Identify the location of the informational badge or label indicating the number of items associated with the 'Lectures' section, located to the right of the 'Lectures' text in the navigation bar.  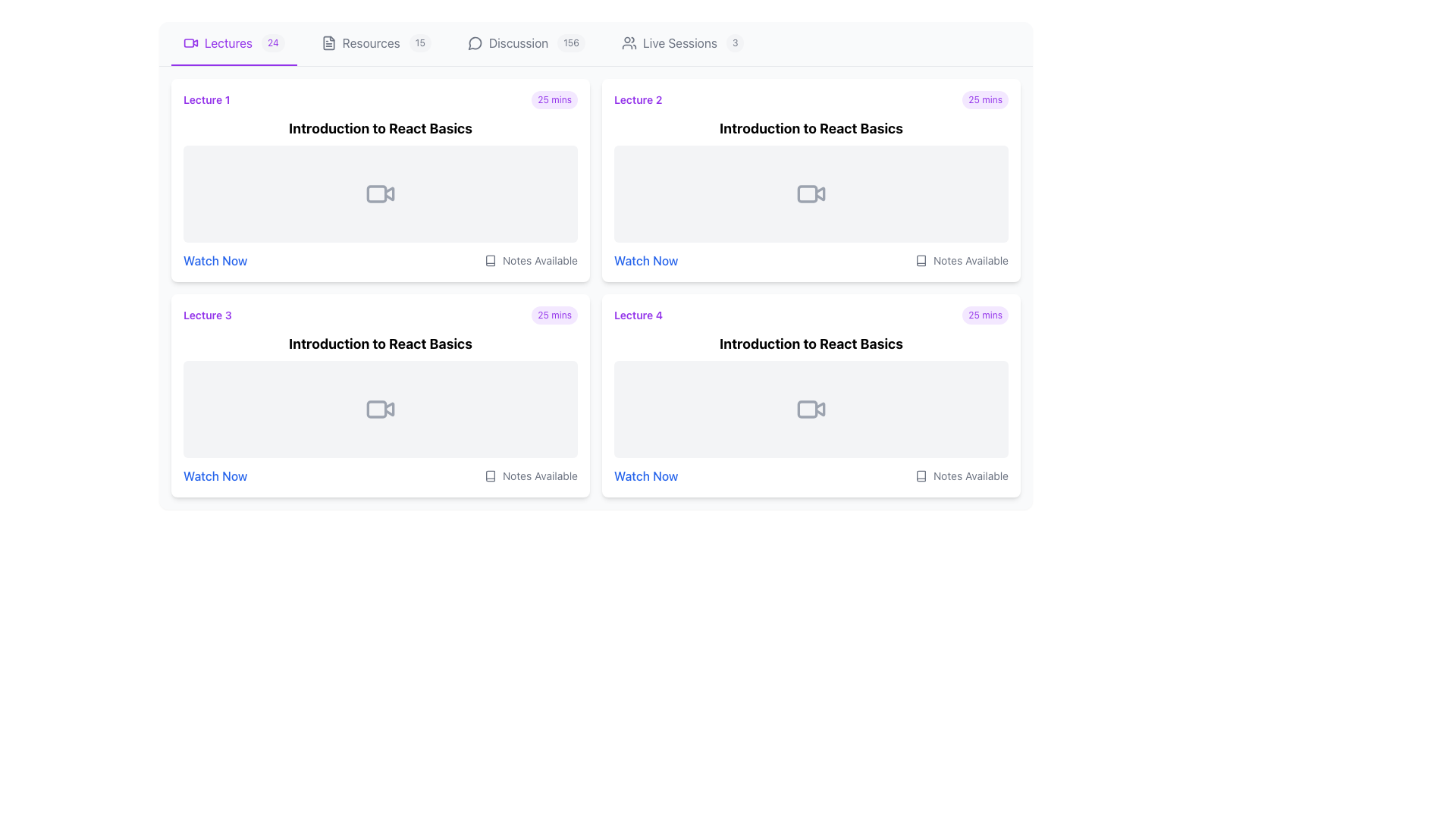
(273, 42).